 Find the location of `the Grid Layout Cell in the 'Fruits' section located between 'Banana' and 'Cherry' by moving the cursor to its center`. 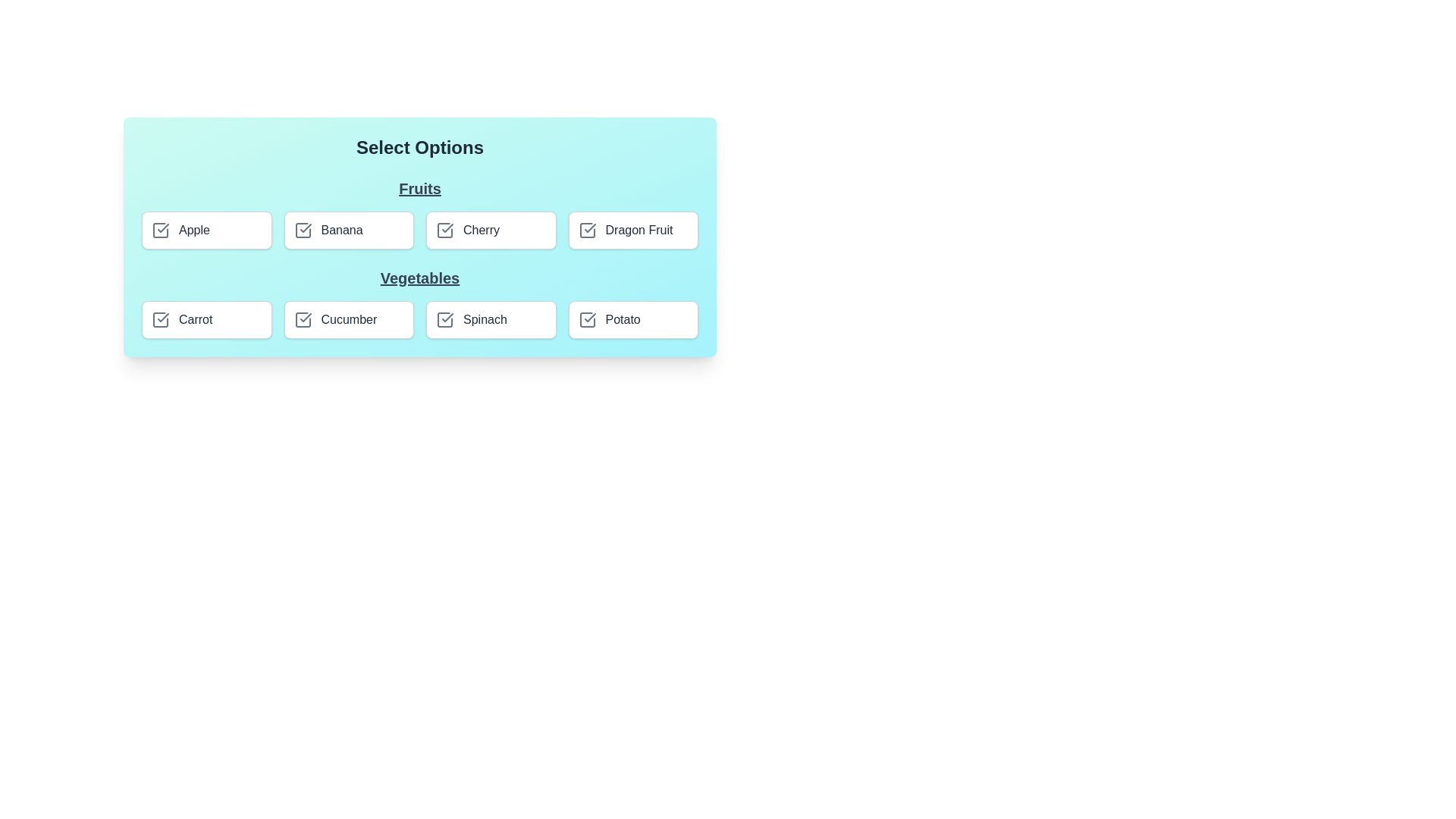

the Grid Layout Cell in the 'Fruits' section located between 'Banana' and 'Cherry' by moving the cursor to its center is located at coordinates (419, 231).